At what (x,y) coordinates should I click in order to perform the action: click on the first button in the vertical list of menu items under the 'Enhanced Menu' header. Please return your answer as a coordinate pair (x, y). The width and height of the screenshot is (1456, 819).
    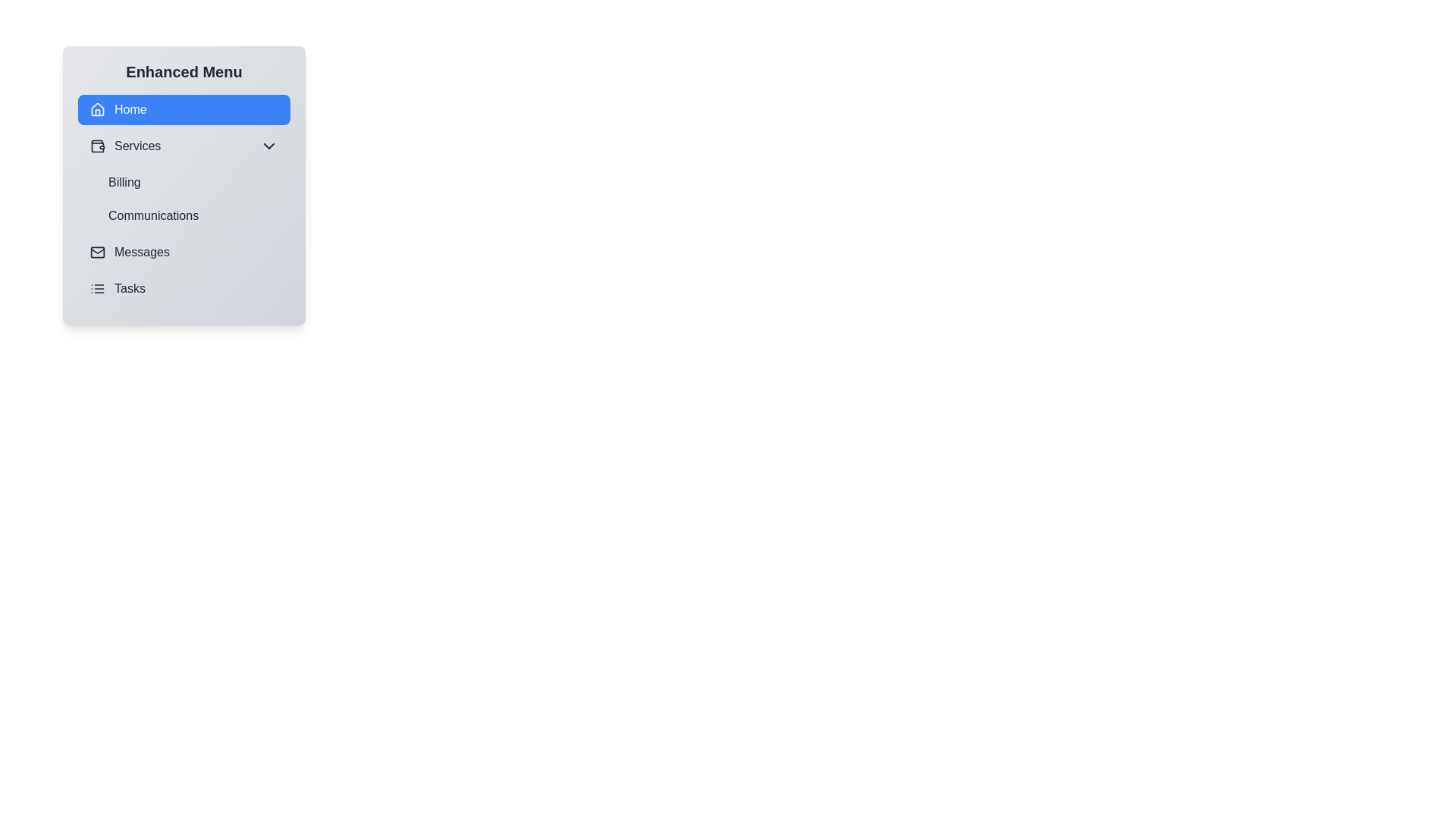
    Looking at the image, I should click on (184, 109).